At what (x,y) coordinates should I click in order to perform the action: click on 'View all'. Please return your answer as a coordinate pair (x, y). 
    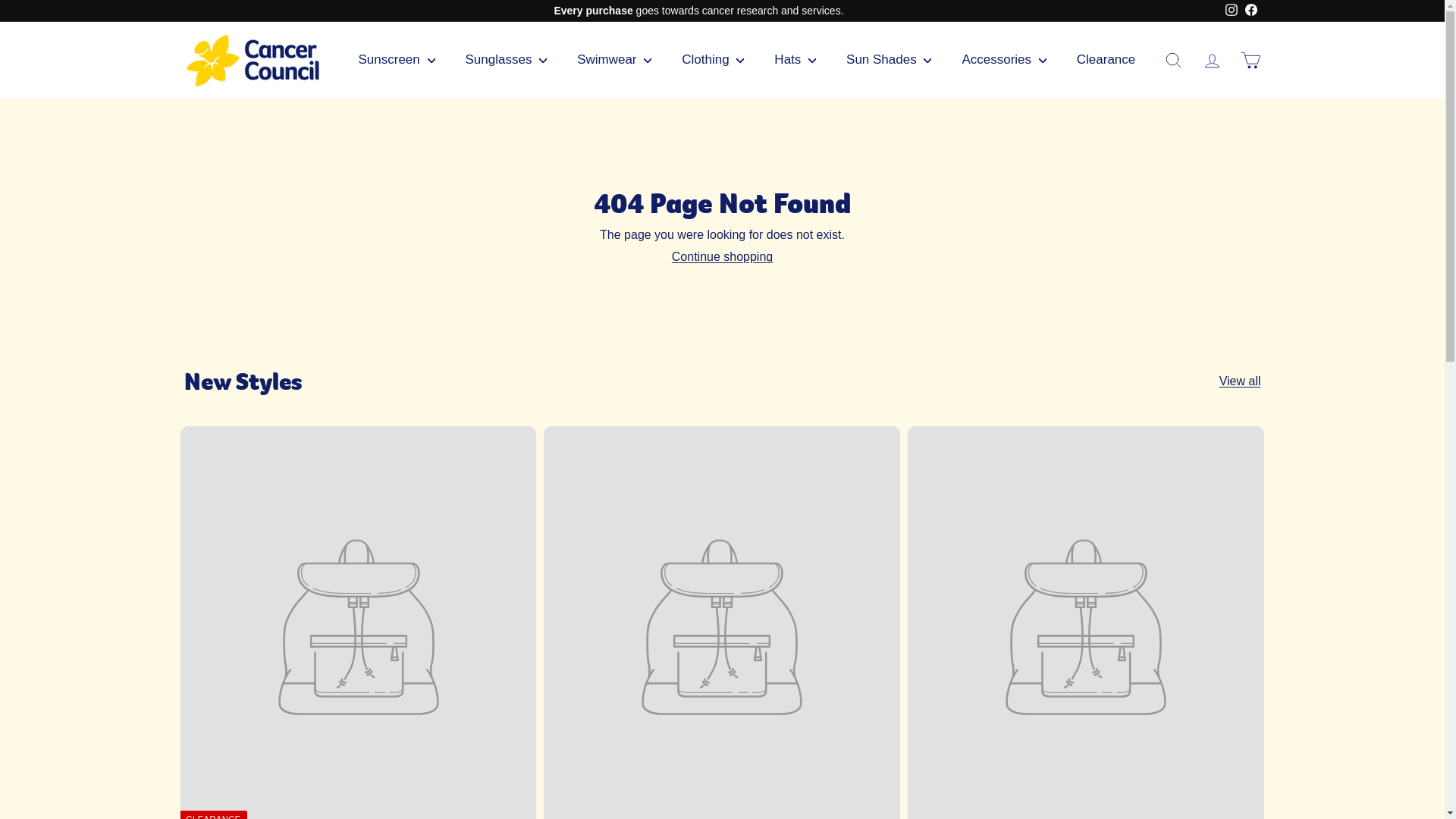
    Looking at the image, I should click on (1240, 380).